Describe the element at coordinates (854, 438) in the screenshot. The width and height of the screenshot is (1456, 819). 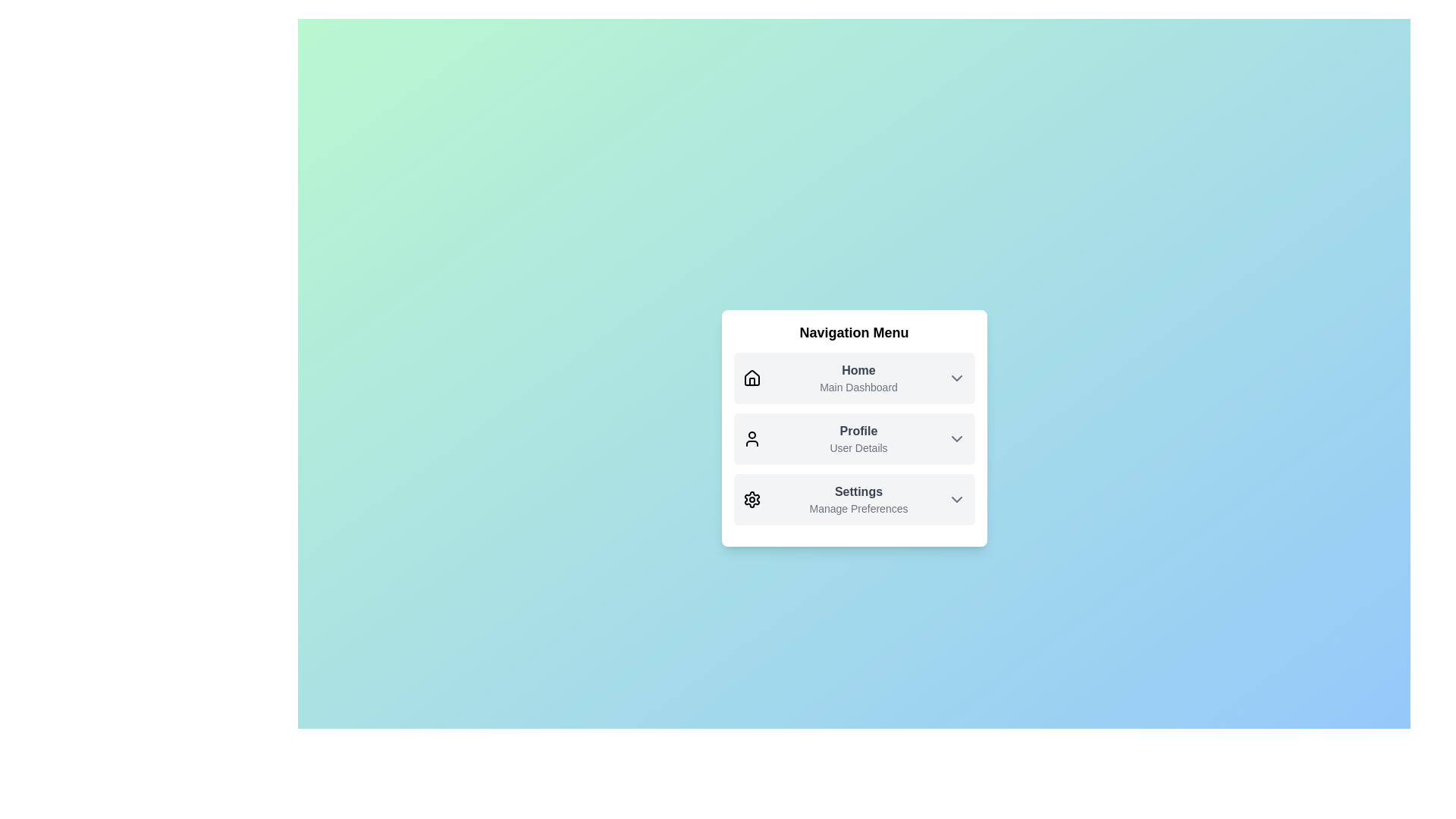
I see `the menu item Profile to observe its hover effect` at that location.